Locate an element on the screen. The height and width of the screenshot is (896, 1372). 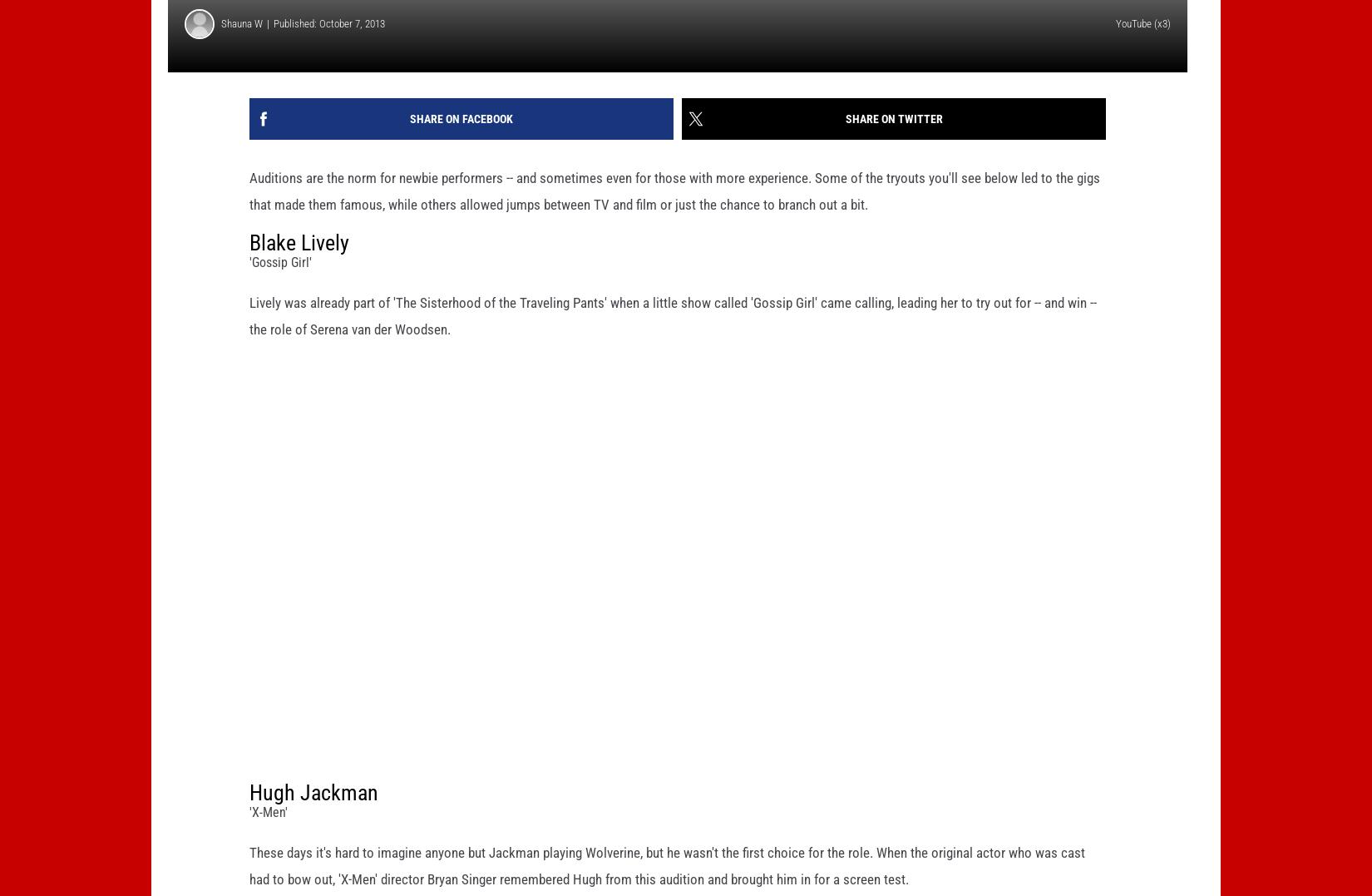
'Auditions are the norm for newbie performers -- and sometimes even for those with more experience. Some of the tryouts you'll see below led to the gigs that made them famous, while others allowed jumps between TV and film or just the chance to branch out a bit.' is located at coordinates (674, 215).